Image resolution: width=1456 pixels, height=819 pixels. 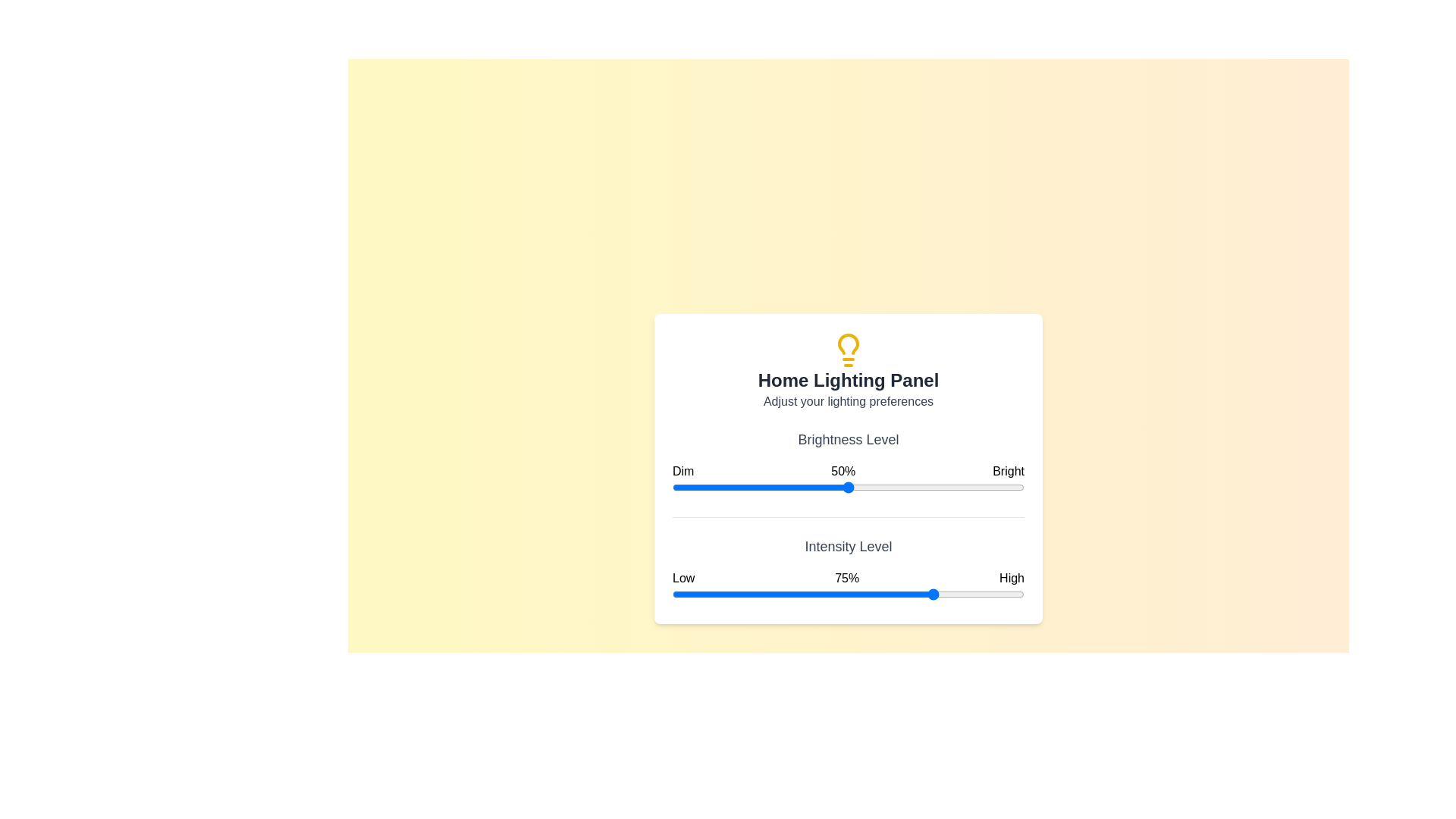 I want to click on the text label displaying '75%' which indicates the intensity level of the slider, positioned between the labels 'Low' and 'High', so click(x=846, y=578).